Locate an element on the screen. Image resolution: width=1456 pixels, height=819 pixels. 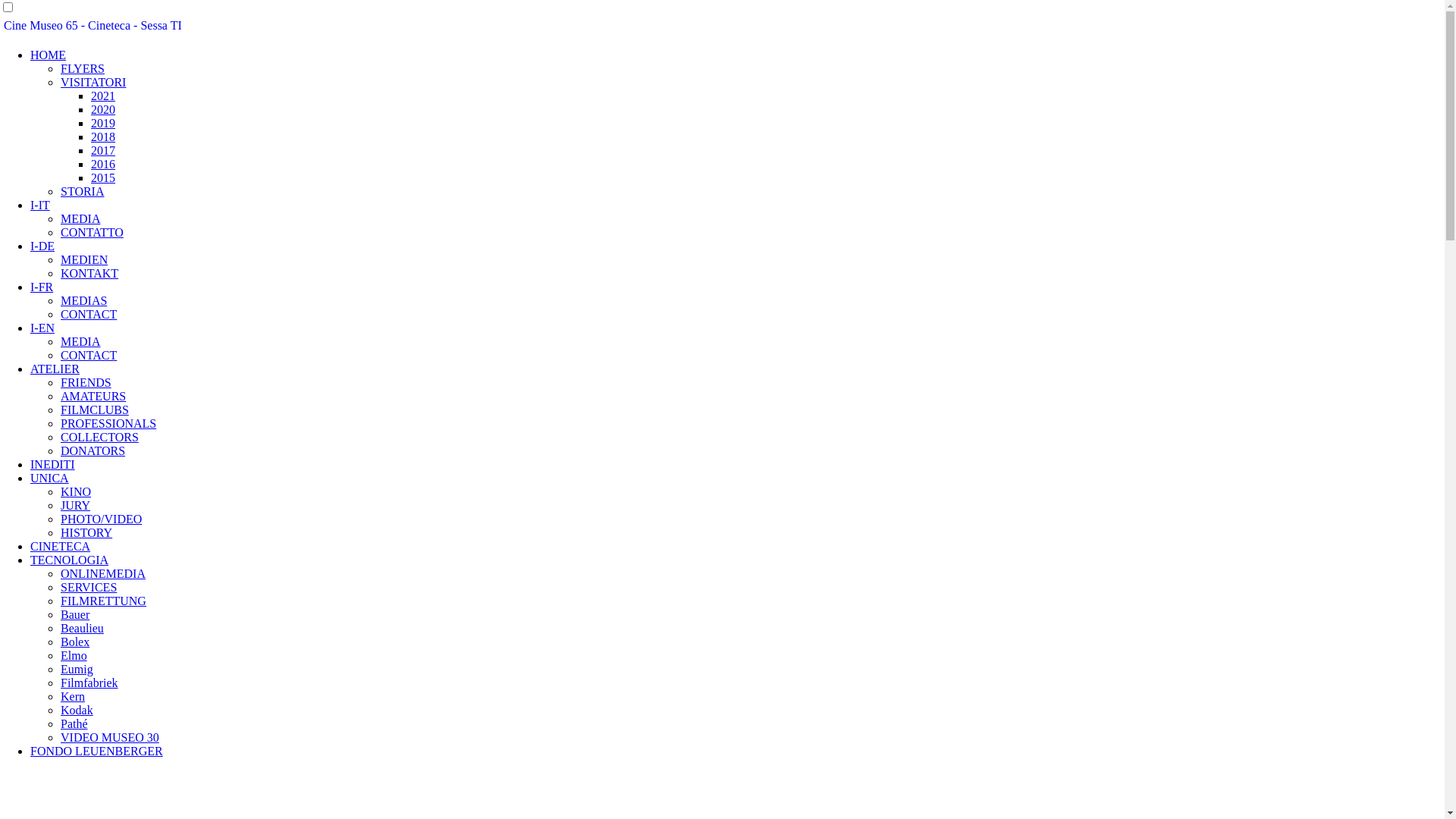
'2016' is located at coordinates (102, 164).